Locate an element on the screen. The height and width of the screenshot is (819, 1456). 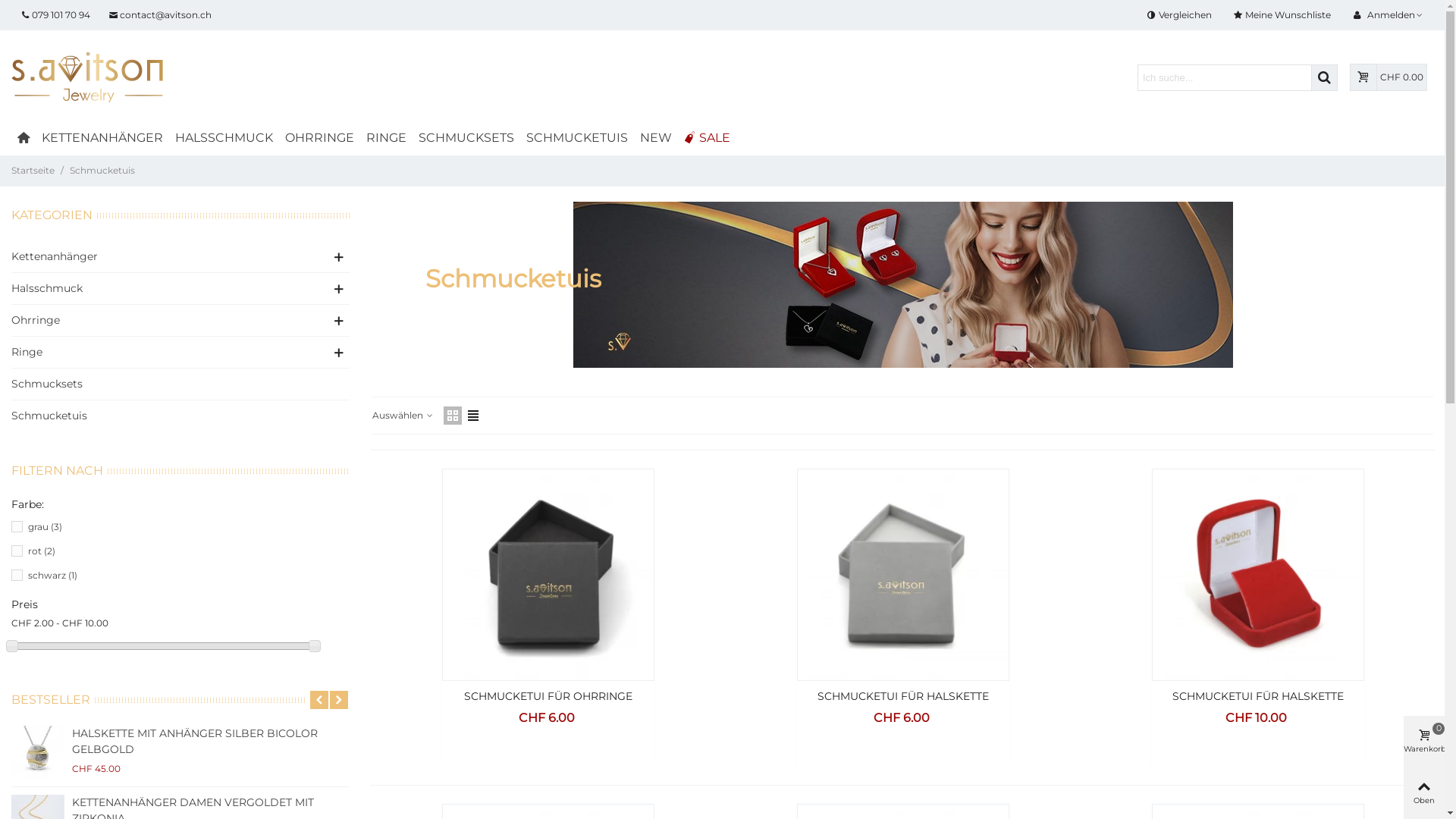
'KATEGORIEN' is located at coordinates (54, 215).